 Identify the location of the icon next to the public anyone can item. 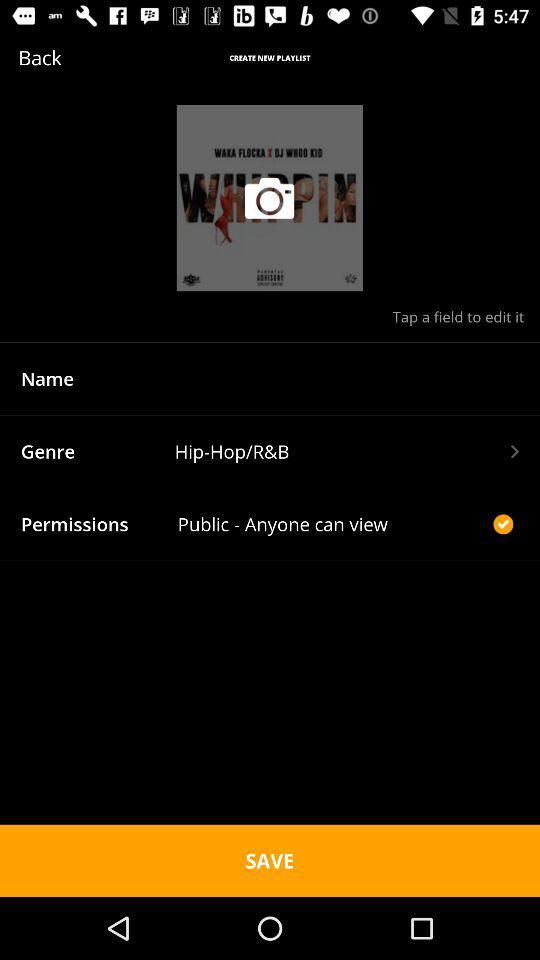
(502, 523).